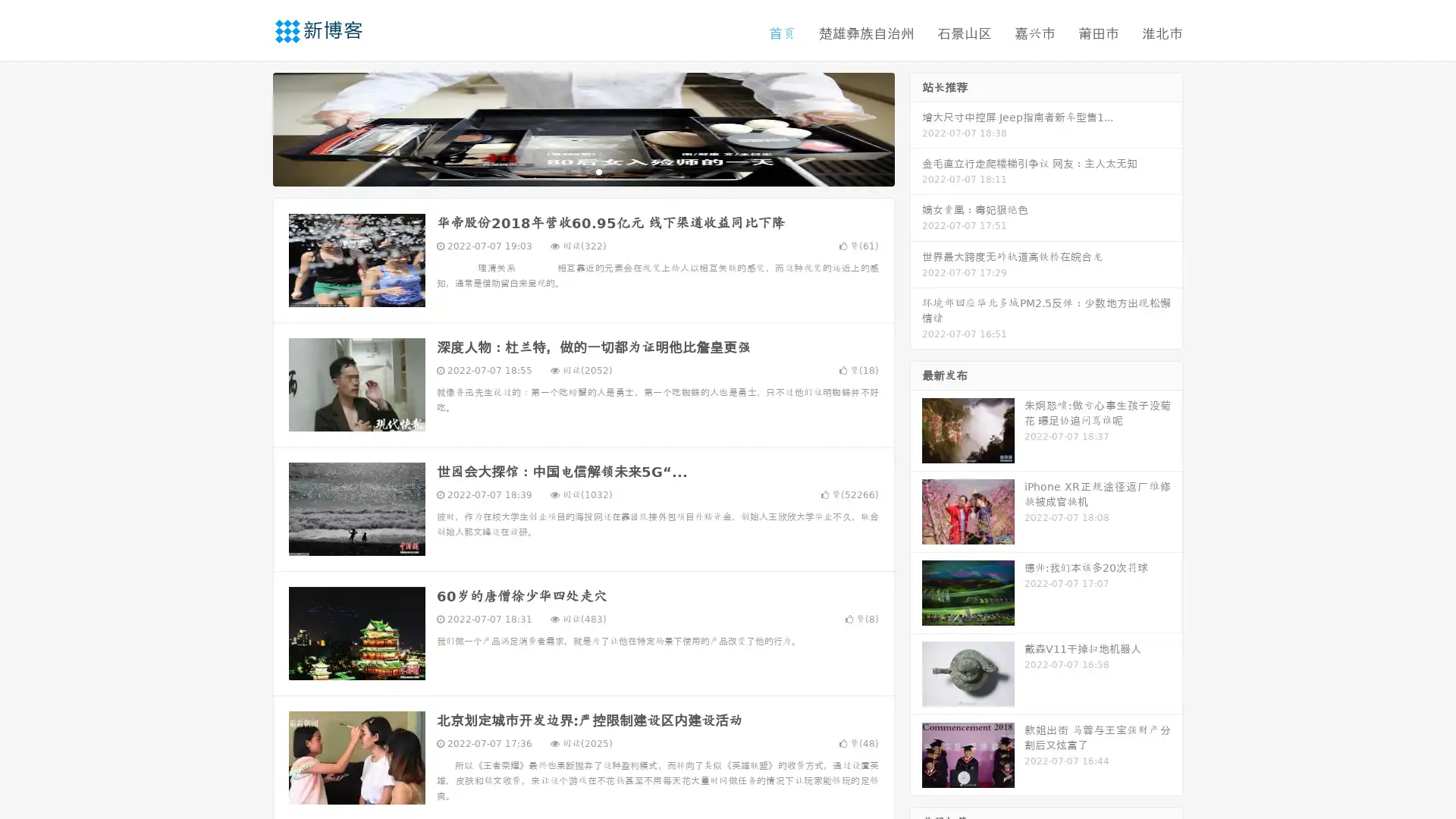 Image resolution: width=1456 pixels, height=819 pixels. I want to click on Go to slide 2, so click(582, 171).